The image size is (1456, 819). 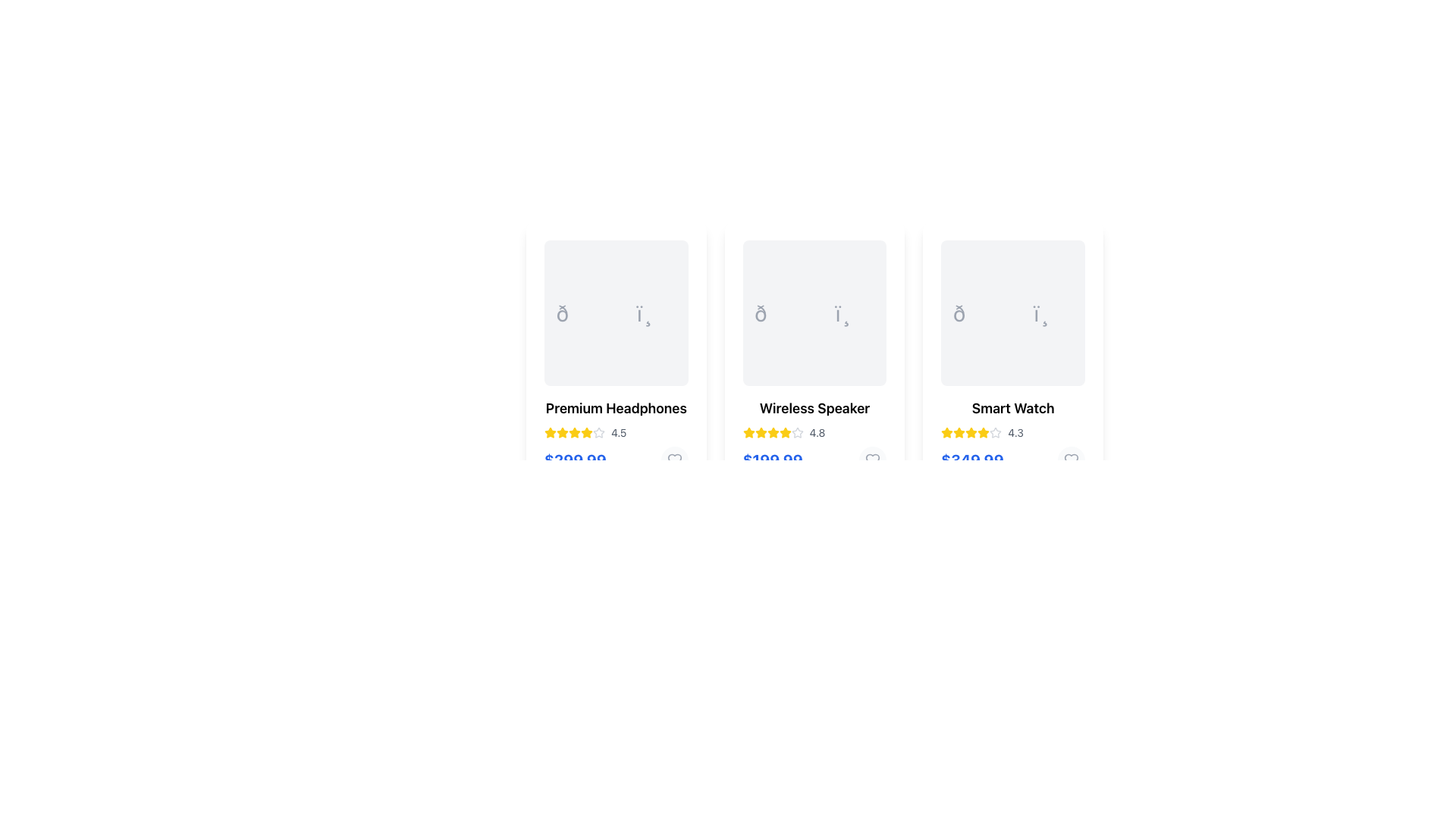 What do you see at coordinates (946, 432) in the screenshot?
I see `the first star icon in the five-star rating component for the 'Smart Watch' product, which indicates a filled rating level` at bounding box center [946, 432].